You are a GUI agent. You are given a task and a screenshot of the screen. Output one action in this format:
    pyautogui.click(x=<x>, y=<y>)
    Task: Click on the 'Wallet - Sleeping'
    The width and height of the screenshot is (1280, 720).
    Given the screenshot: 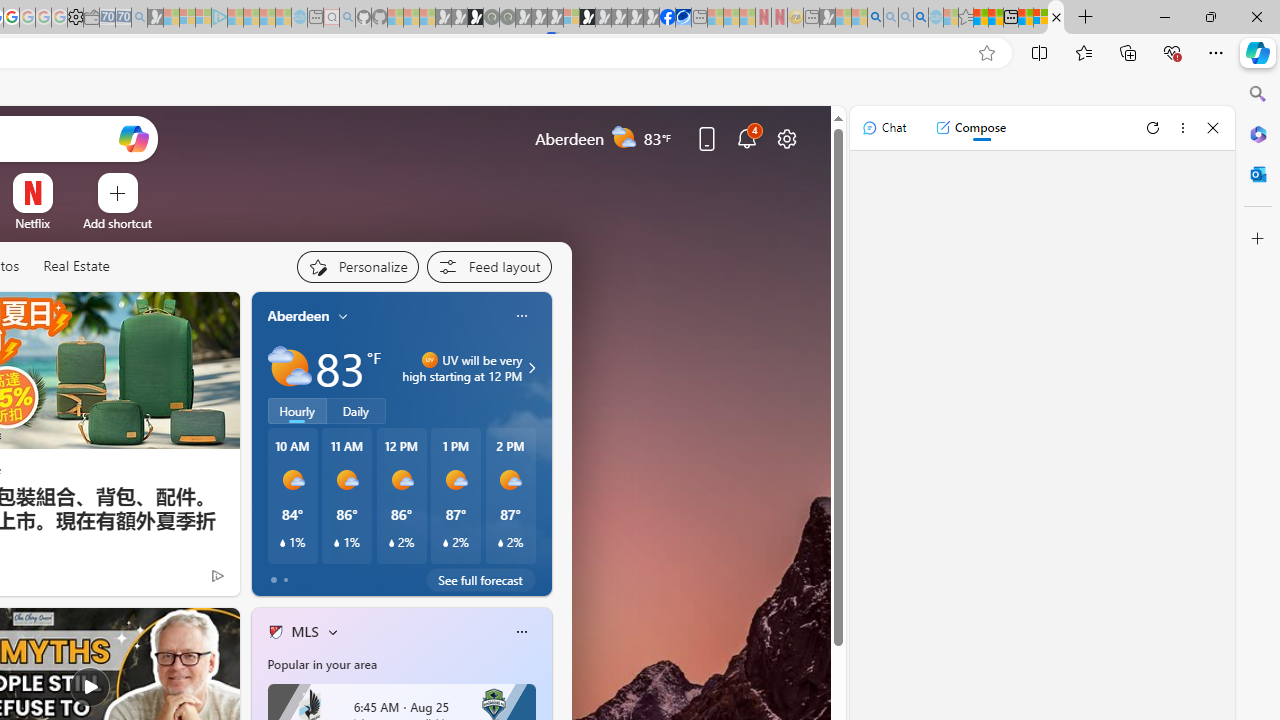 What is the action you would take?
    pyautogui.click(x=90, y=17)
    